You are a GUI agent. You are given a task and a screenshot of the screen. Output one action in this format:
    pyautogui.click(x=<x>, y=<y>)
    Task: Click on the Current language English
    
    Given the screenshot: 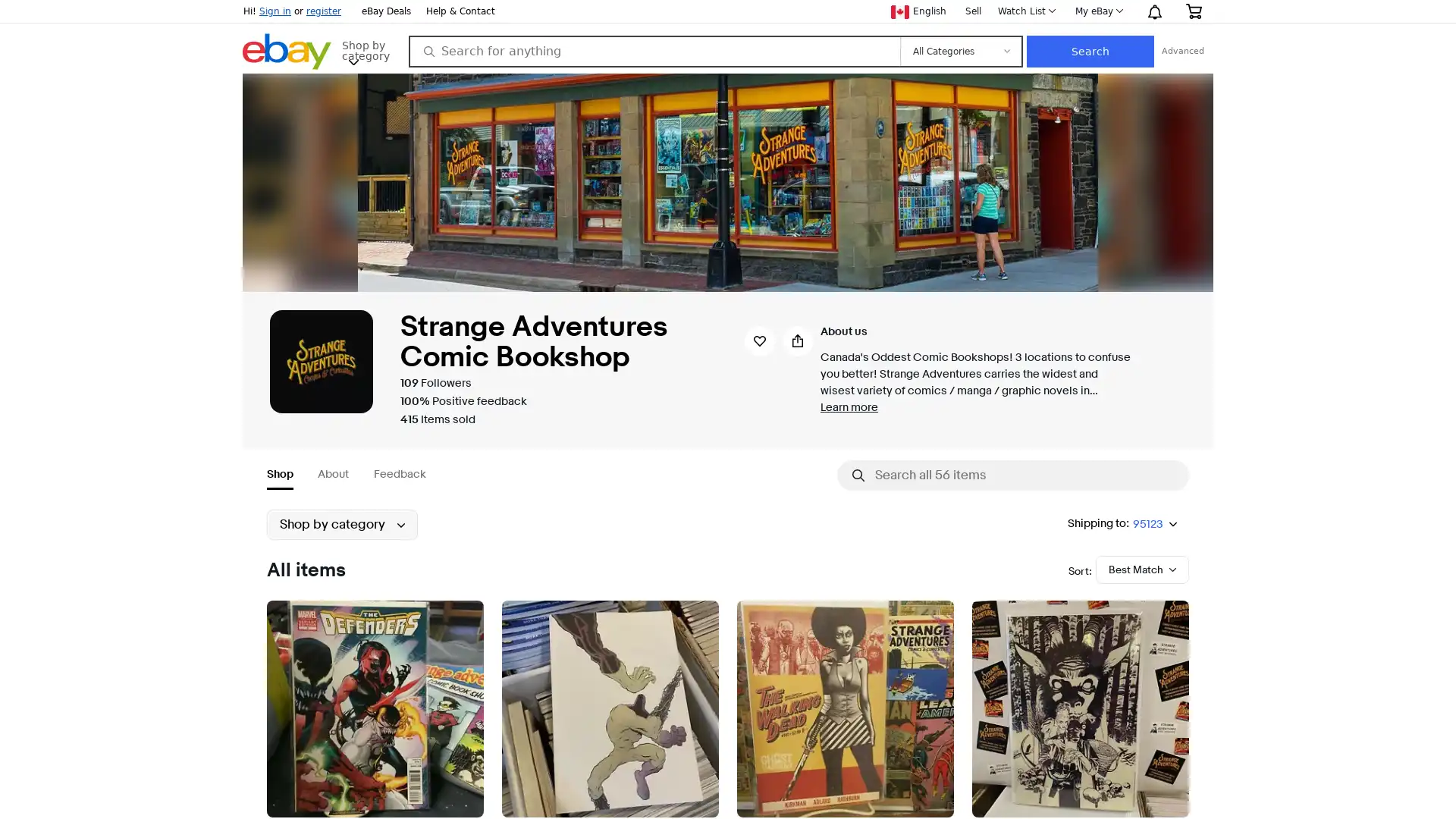 What is the action you would take?
    pyautogui.click(x=920, y=11)
    